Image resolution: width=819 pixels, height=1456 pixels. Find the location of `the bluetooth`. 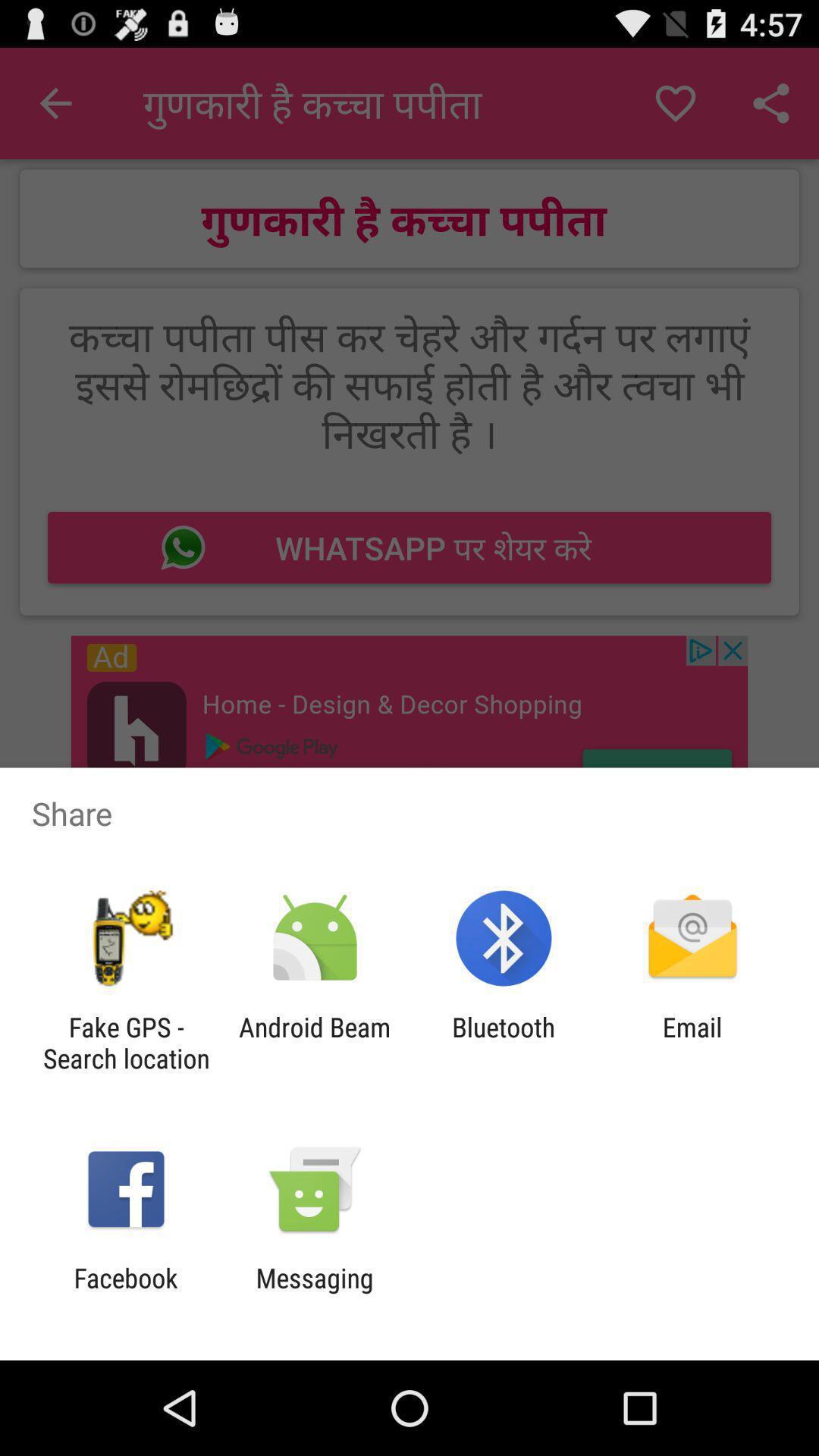

the bluetooth is located at coordinates (504, 1042).